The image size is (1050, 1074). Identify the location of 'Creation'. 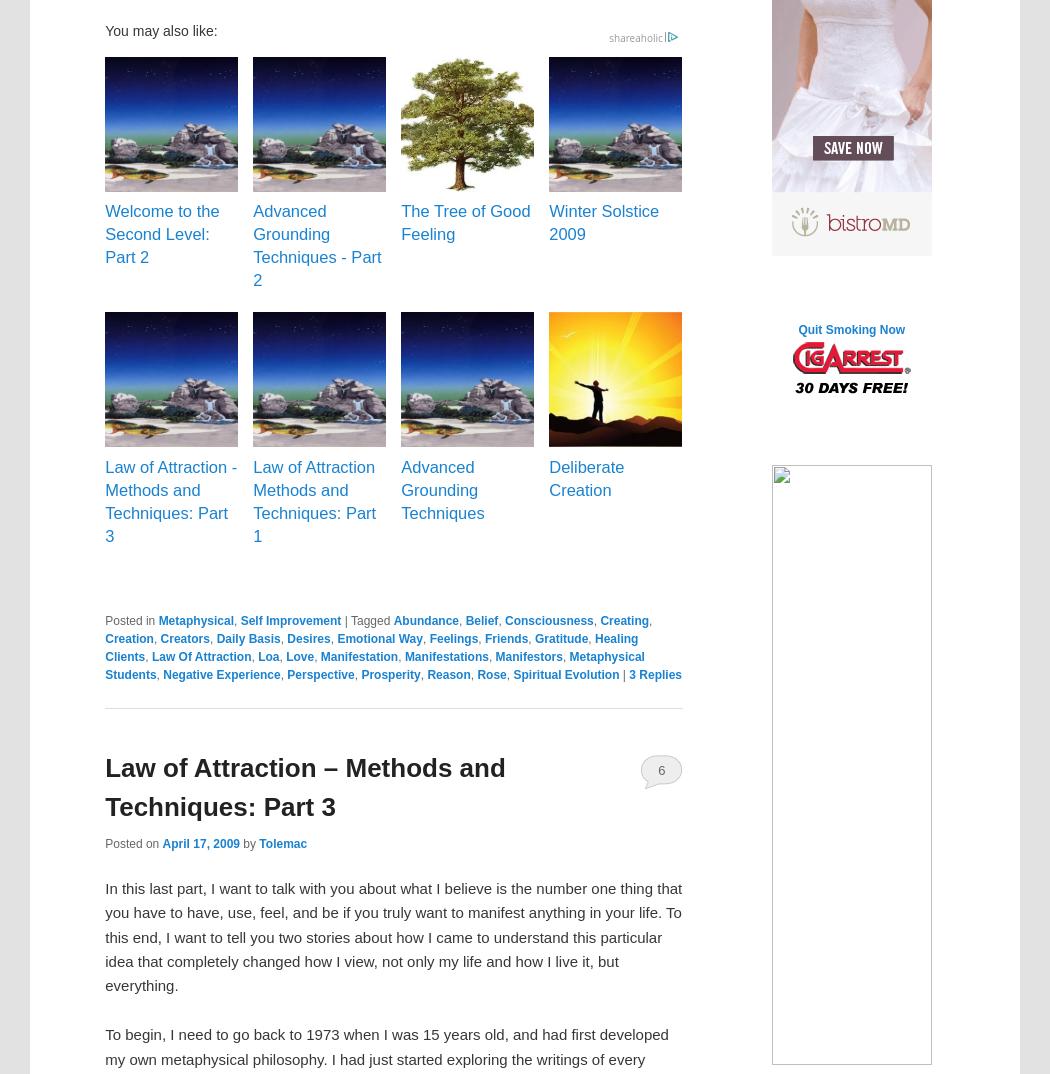
(128, 639).